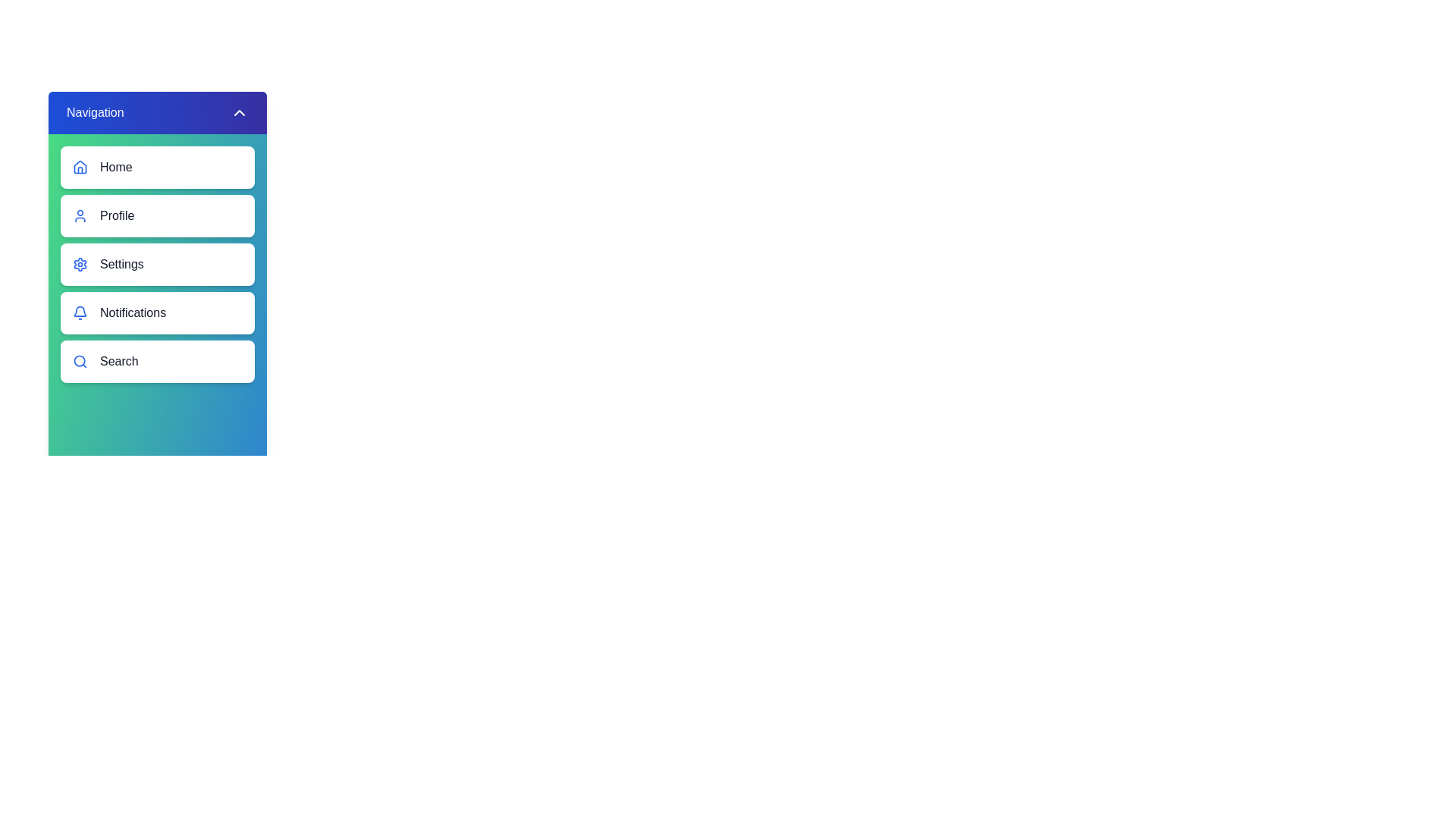 The width and height of the screenshot is (1456, 819). I want to click on the 'Home' text label for accessibility tools, so click(115, 167).